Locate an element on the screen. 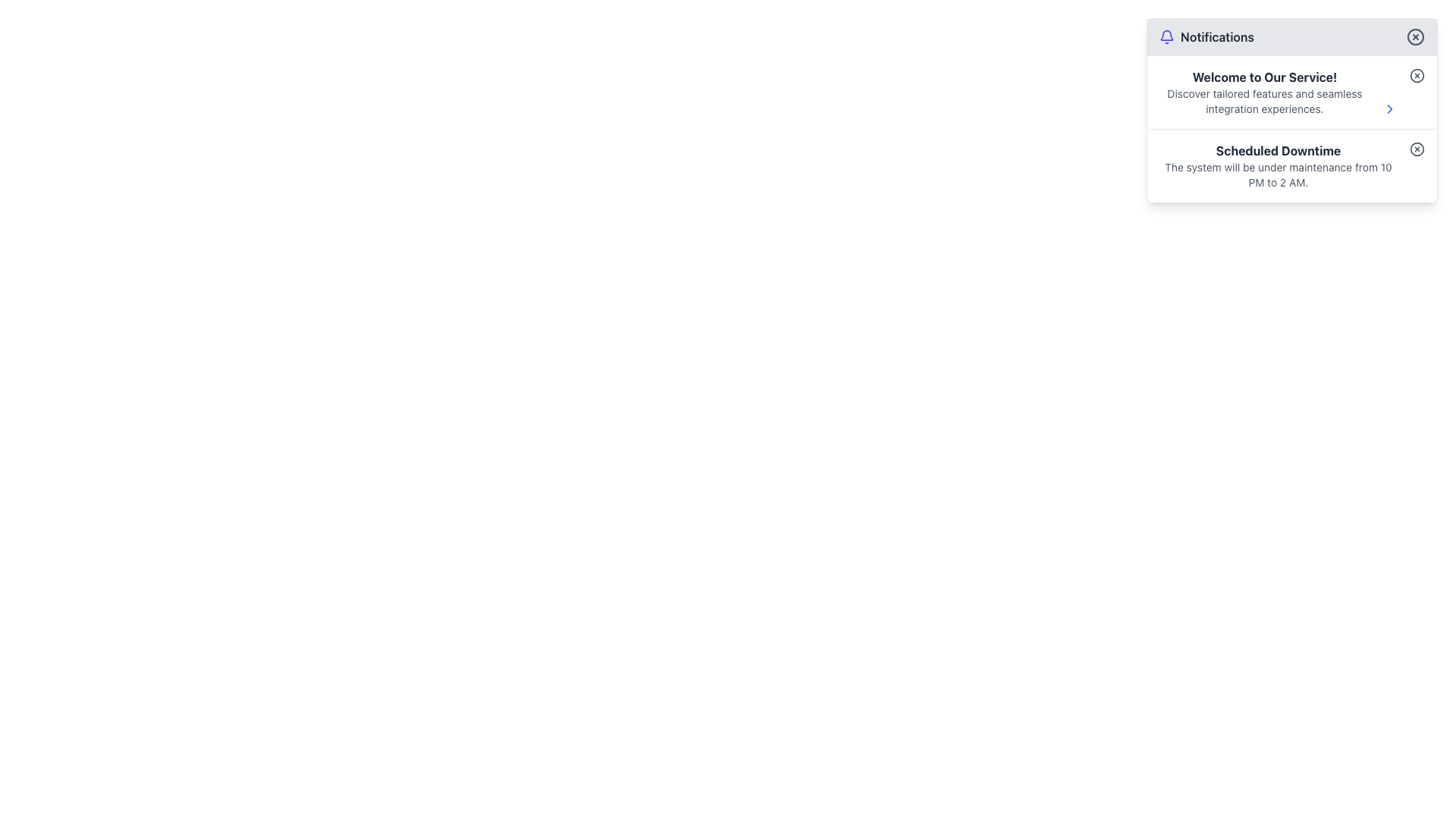  the circular interactive icon with an 'X' marker in its center, located at the top right corner of the notification card is located at coordinates (1416, 76).